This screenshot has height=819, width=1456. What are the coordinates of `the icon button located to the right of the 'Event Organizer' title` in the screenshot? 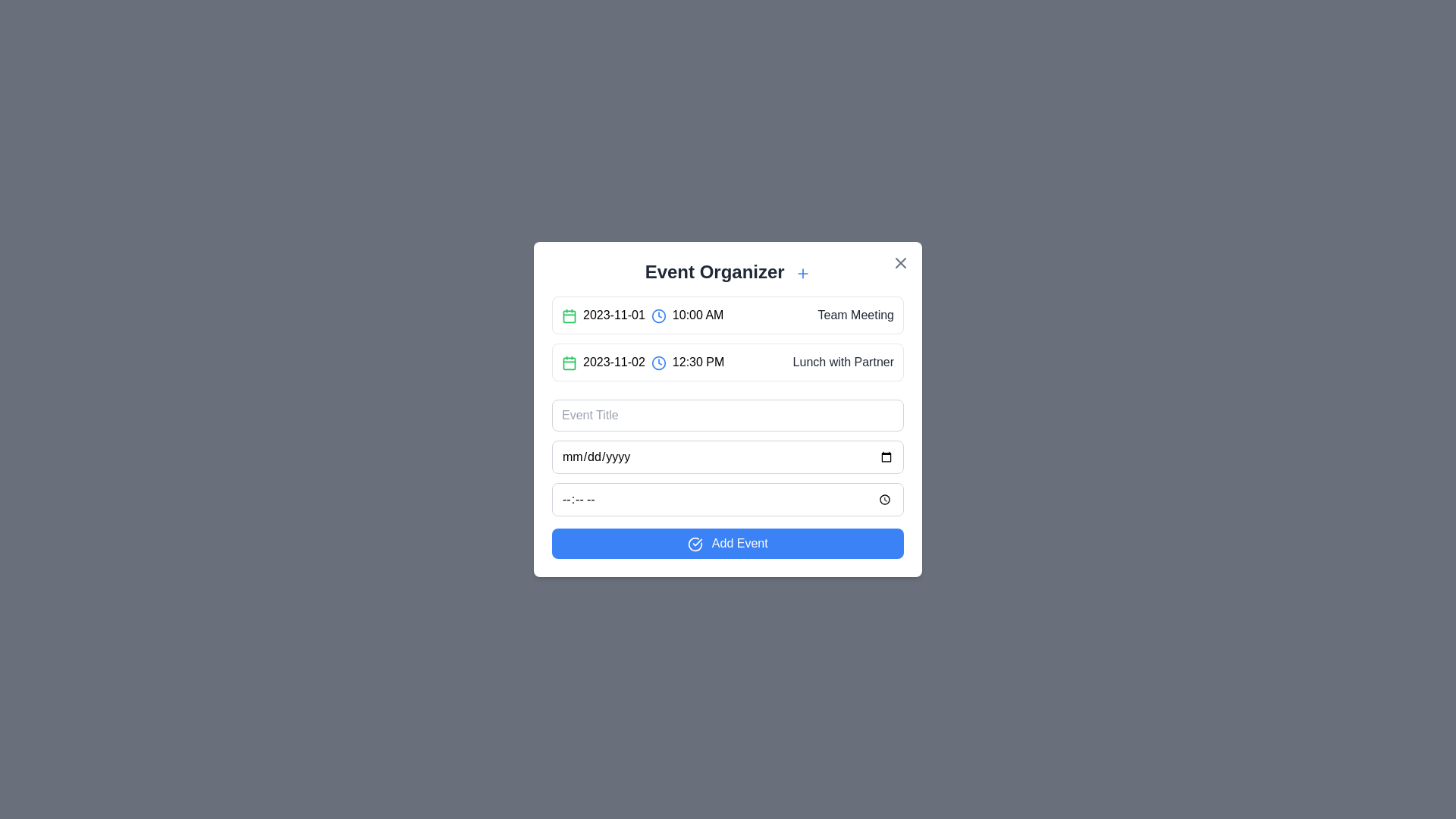 It's located at (802, 273).